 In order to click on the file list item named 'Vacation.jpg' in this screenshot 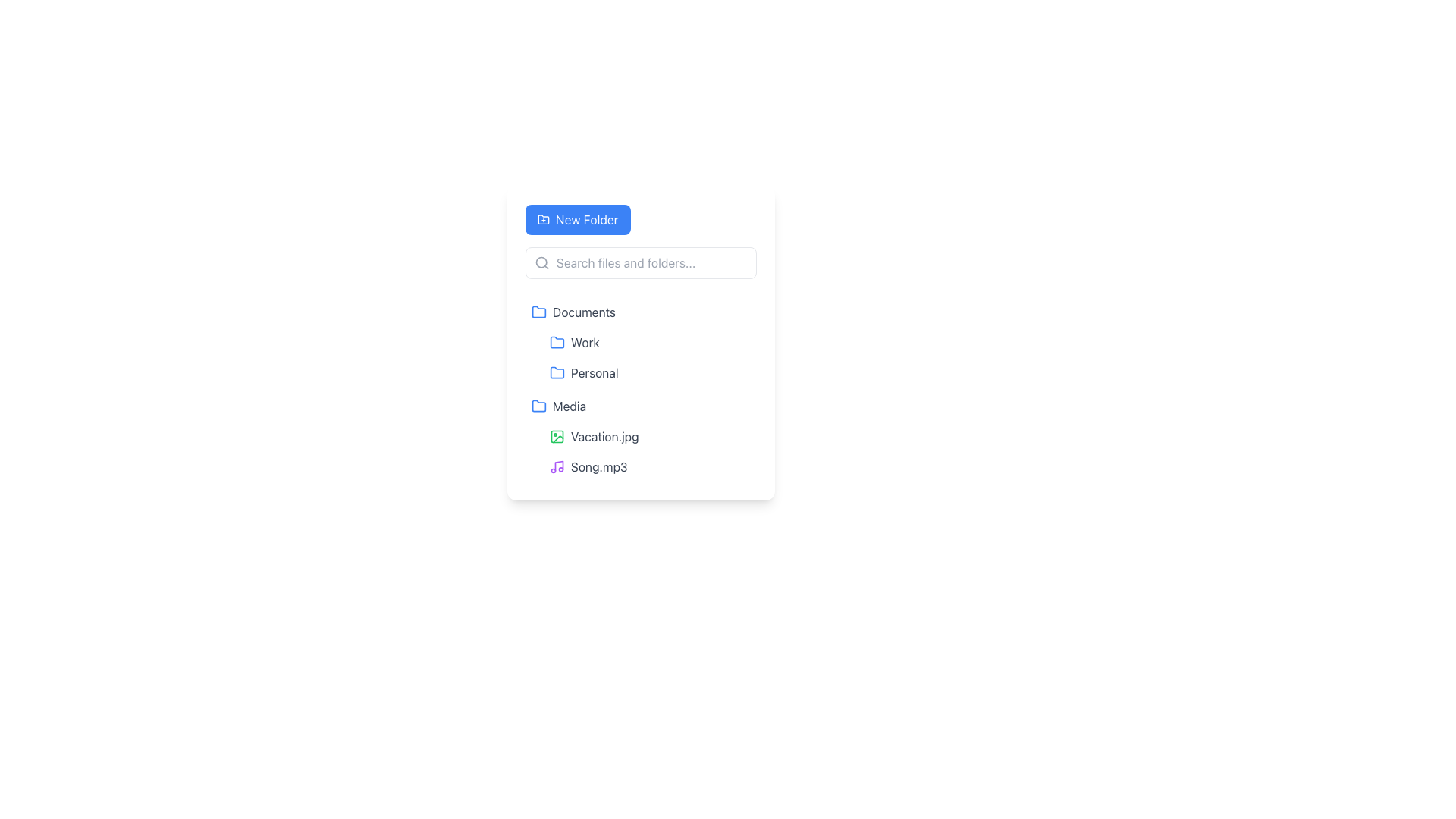, I will do `click(641, 436)`.